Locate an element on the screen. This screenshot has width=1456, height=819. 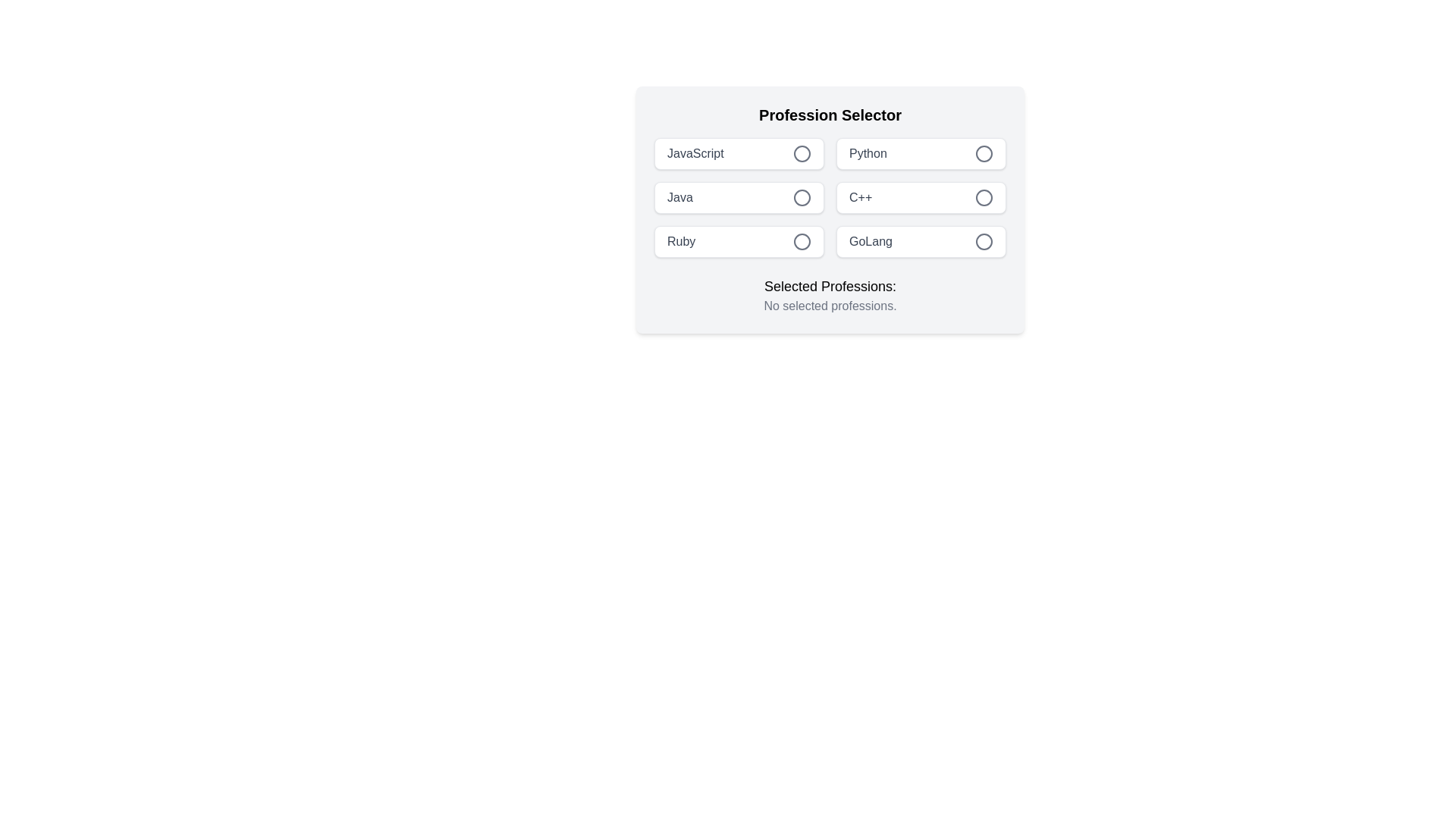
the radio button for the 'Ruby' selection option is located at coordinates (801, 241).